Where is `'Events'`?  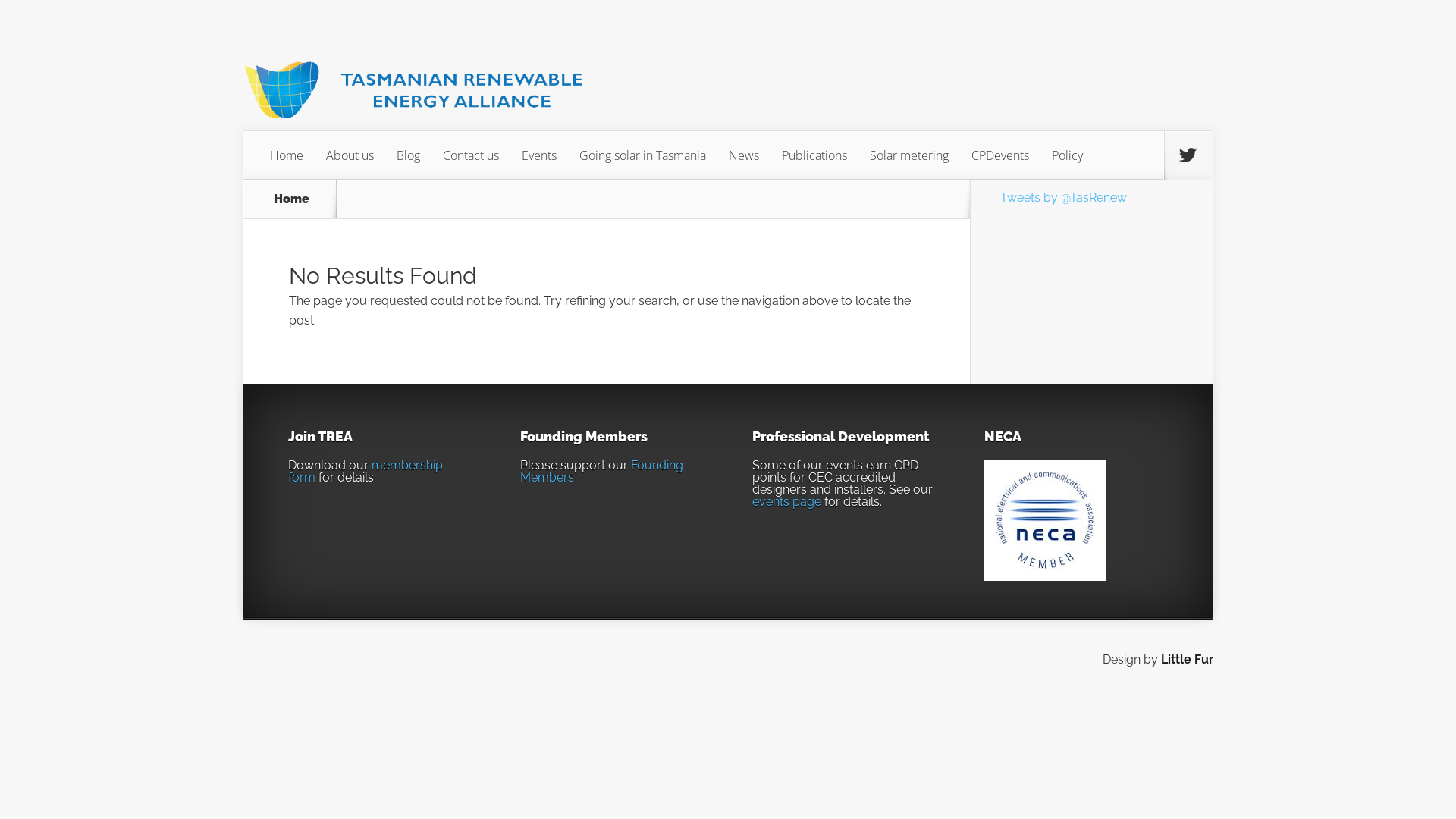
'Events' is located at coordinates (510, 155).